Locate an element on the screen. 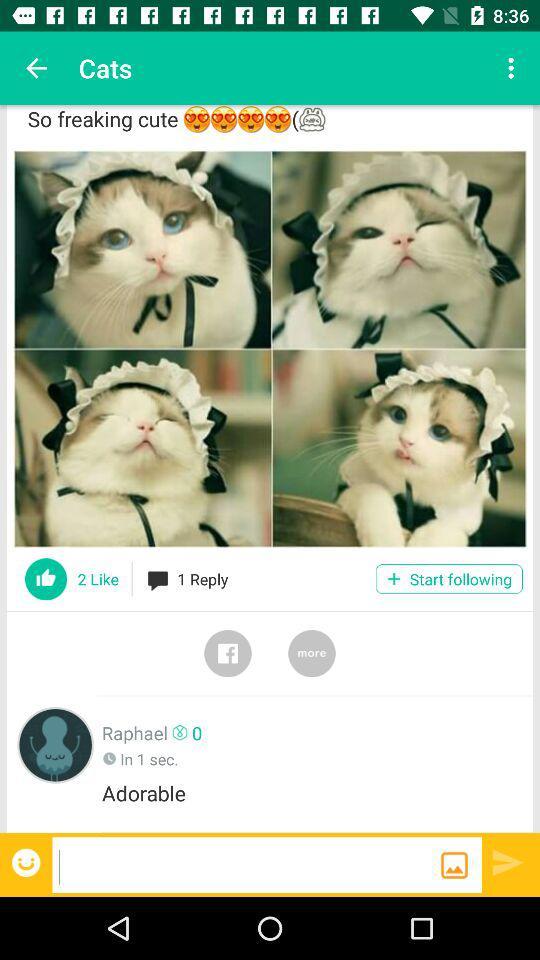 This screenshot has width=540, height=960. input a search term is located at coordinates (246, 863).